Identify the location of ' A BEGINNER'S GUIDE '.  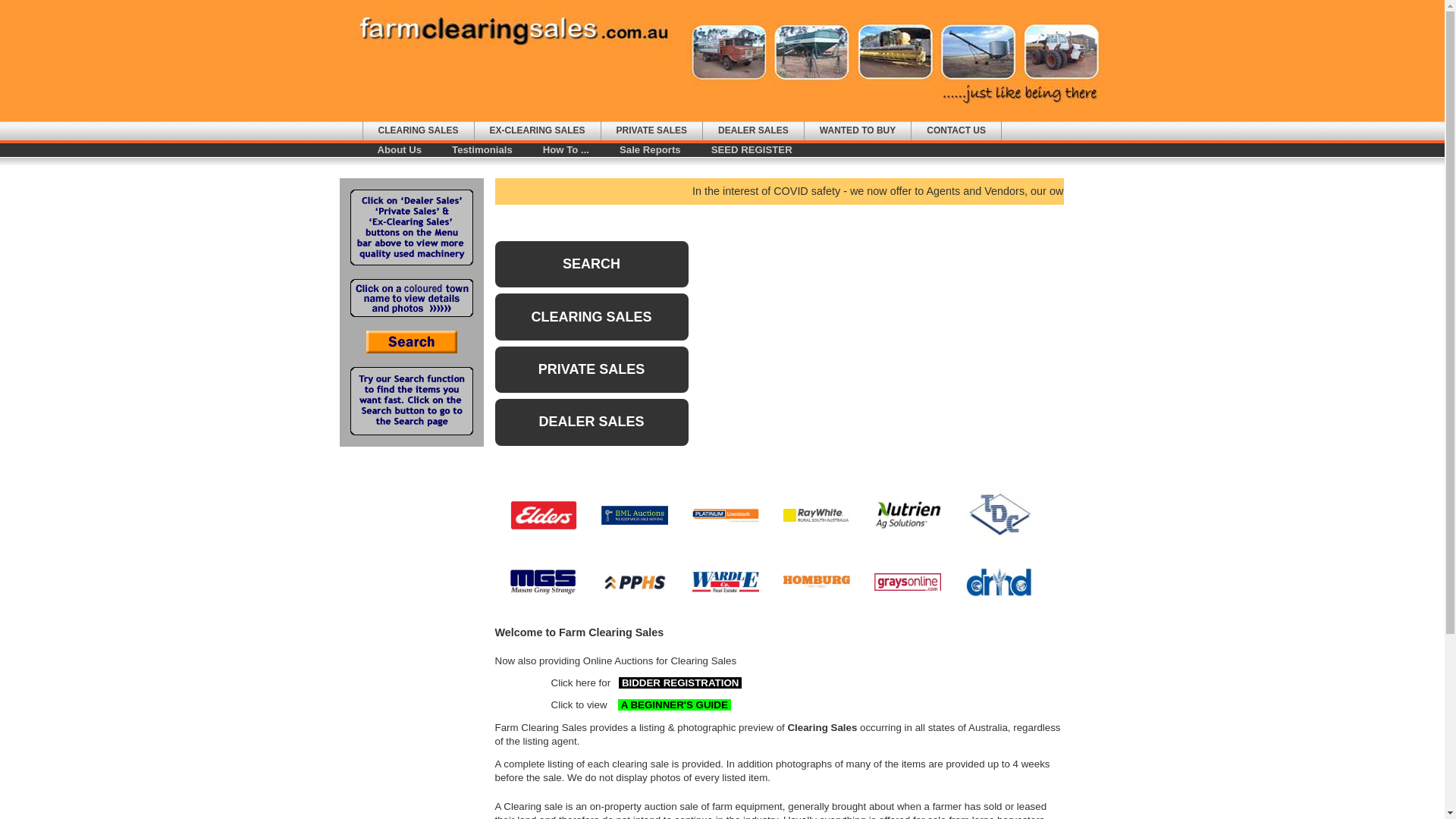
(673, 704).